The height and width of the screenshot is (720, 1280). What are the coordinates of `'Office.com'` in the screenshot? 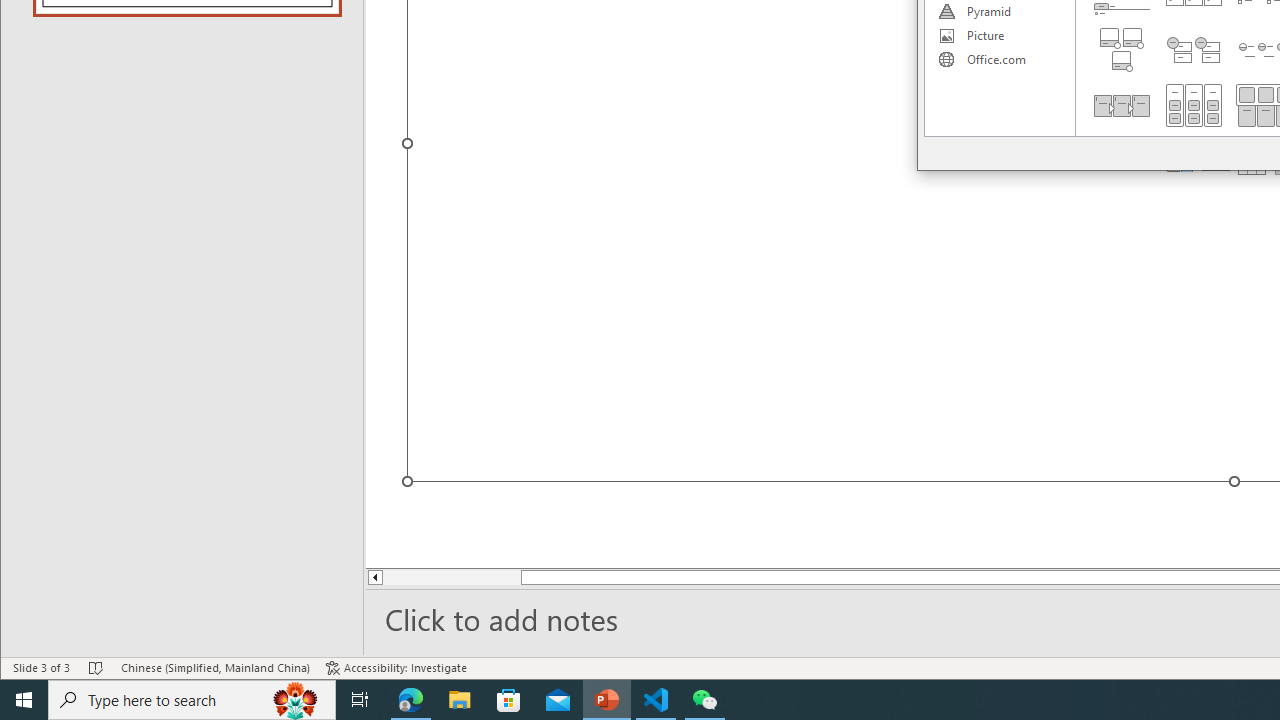 It's located at (999, 59).